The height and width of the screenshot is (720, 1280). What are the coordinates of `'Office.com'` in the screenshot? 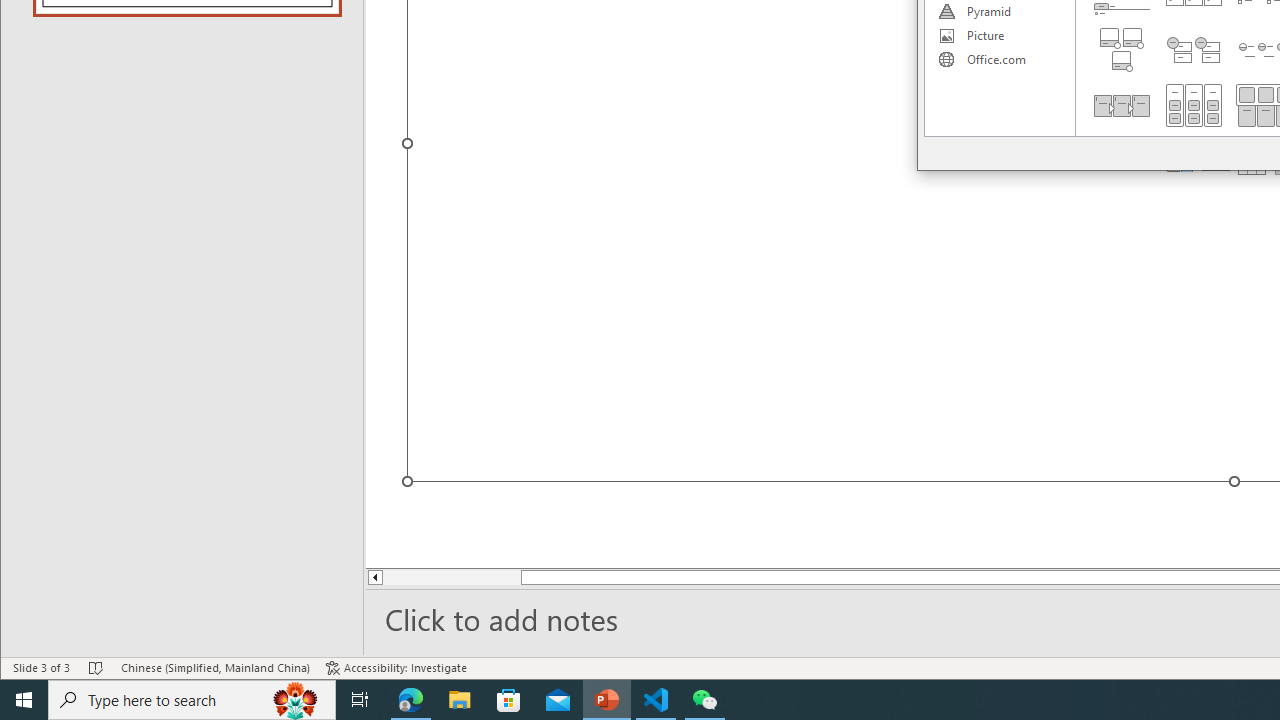 It's located at (999, 59).